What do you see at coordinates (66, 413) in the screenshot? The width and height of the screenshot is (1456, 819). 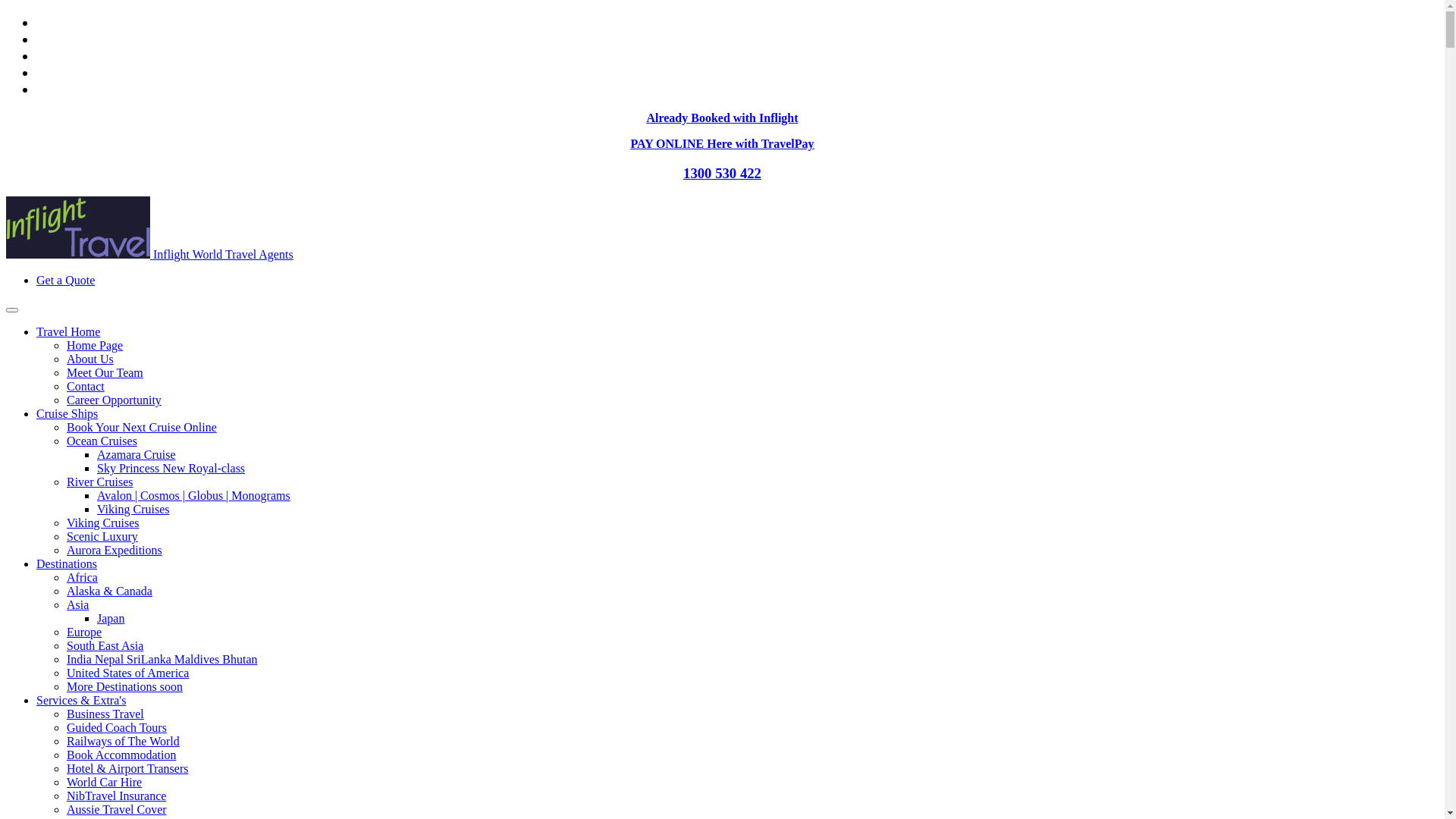 I see `'Cruise Ships'` at bounding box center [66, 413].